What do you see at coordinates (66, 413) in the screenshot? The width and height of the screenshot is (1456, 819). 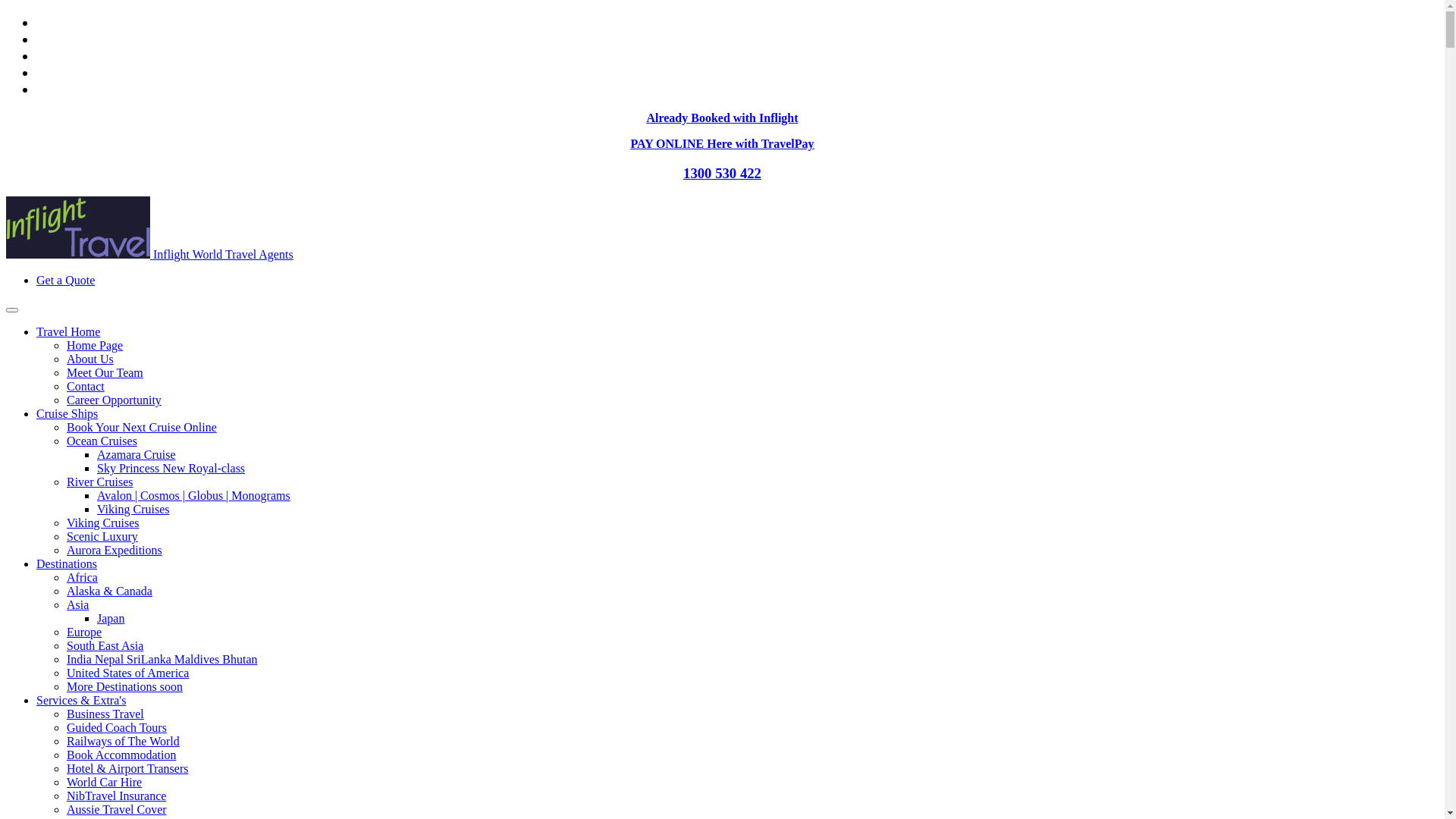 I see `'Cruise Ships'` at bounding box center [66, 413].